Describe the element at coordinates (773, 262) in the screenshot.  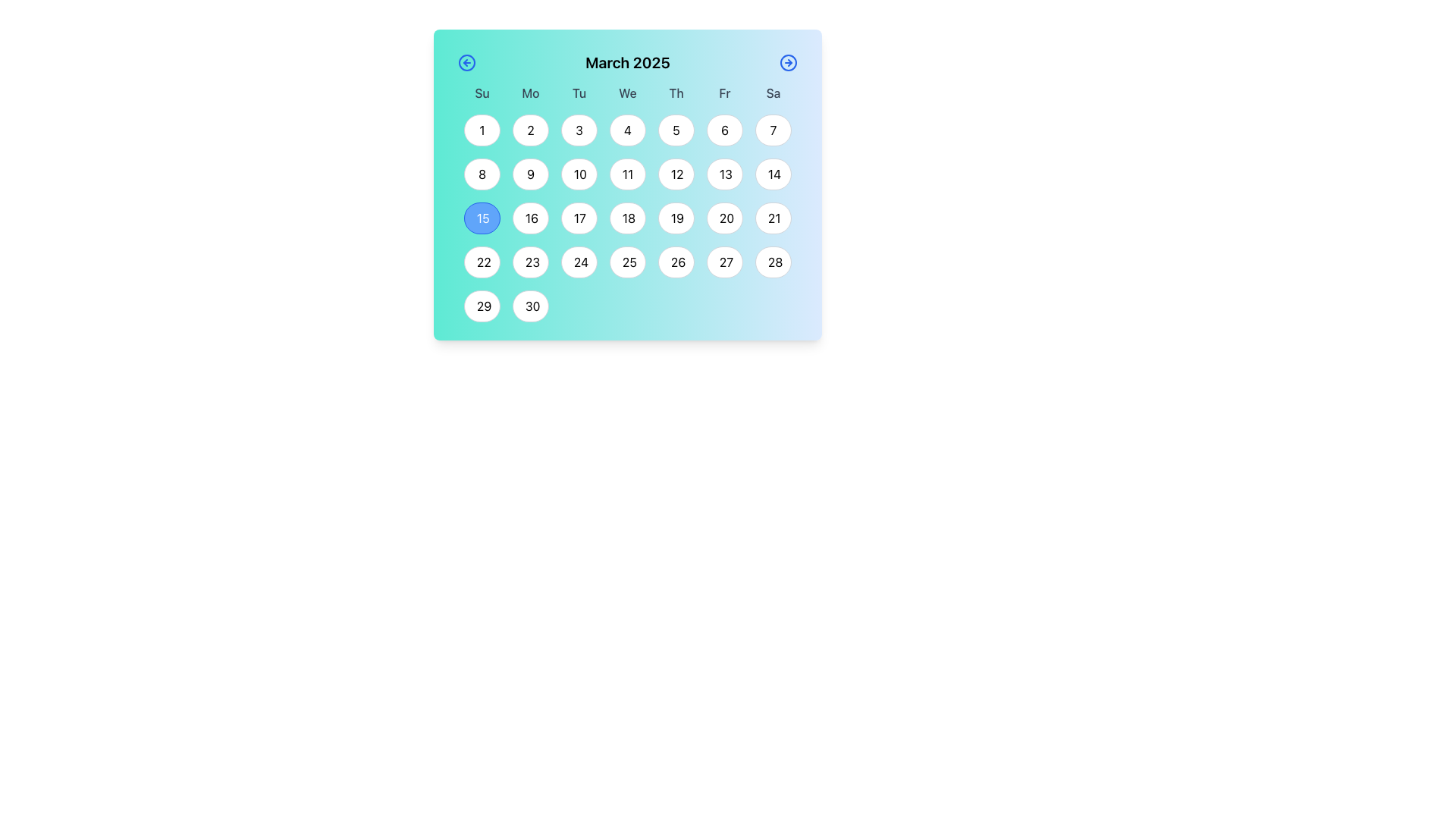
I see `the button representing the 28th day of the month in the calendar, located in the last row and seventh column, aligned with the 'Saturday' header` at that location.